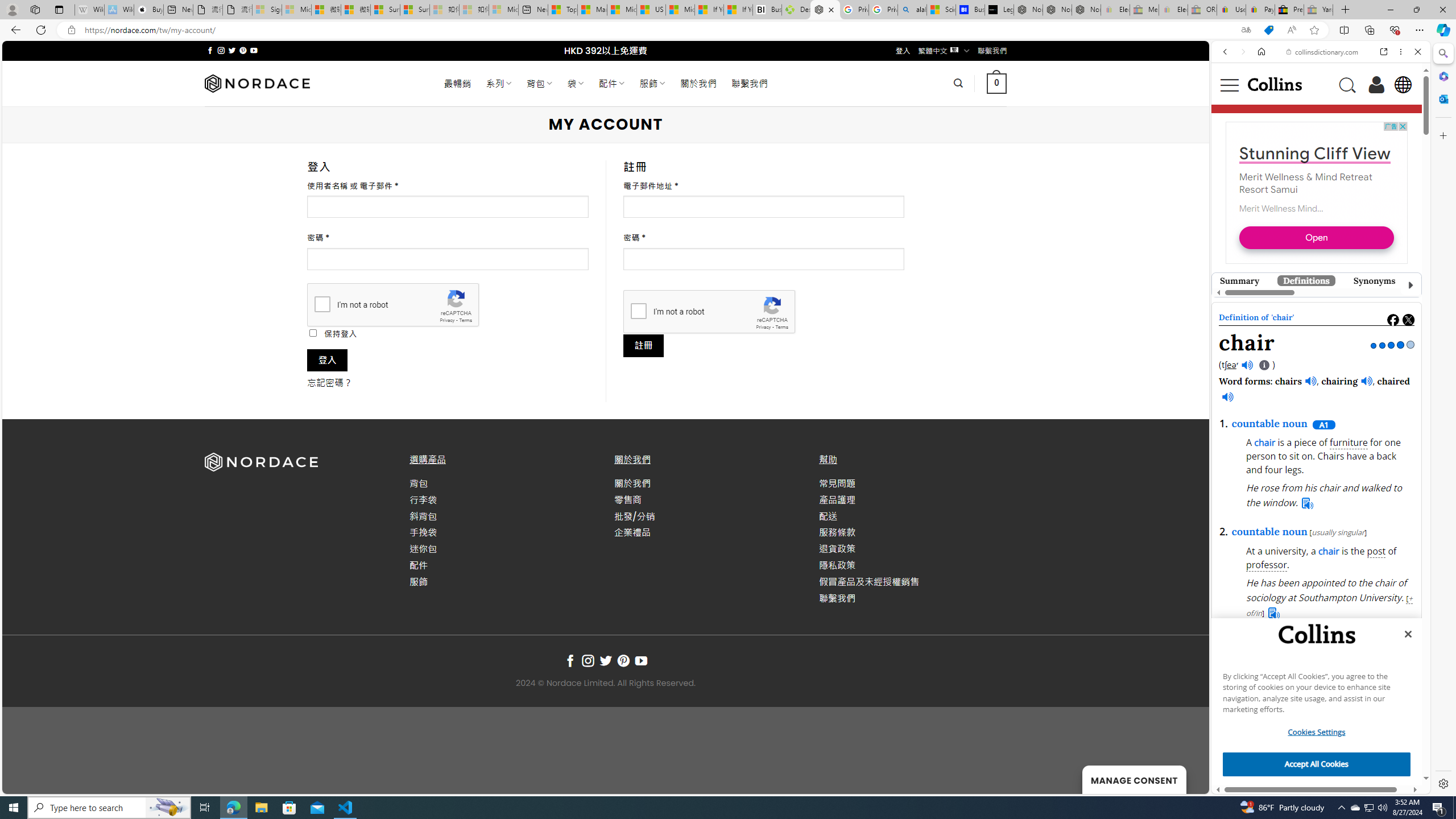 Image resolution: width=1456 pixels, height=819 pixels. Describe the element at coordinates (995, 82) in the screenshot. I see `' 0 '` at that location.